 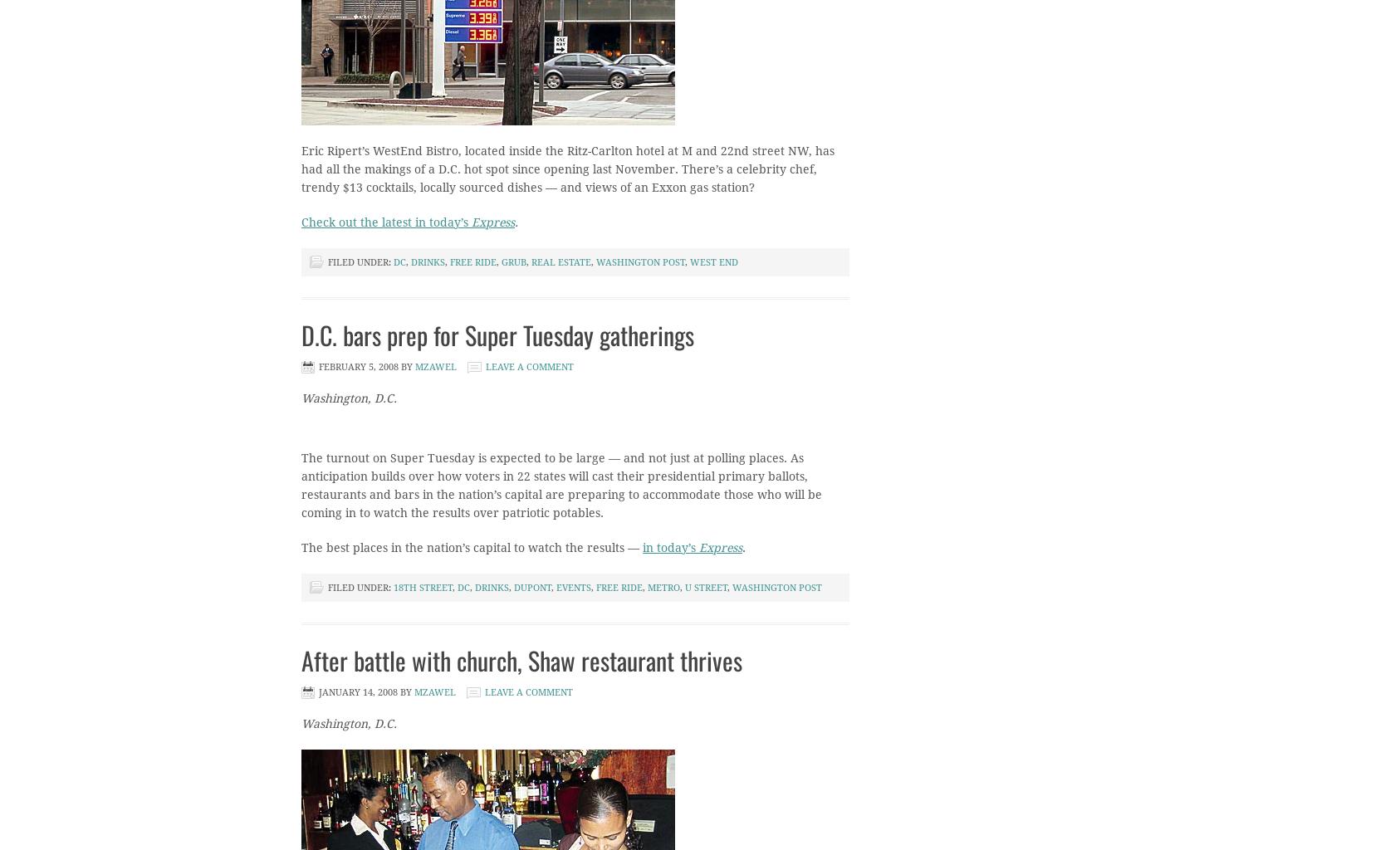 I want to click on 'metro', so click(x=663, y=588).